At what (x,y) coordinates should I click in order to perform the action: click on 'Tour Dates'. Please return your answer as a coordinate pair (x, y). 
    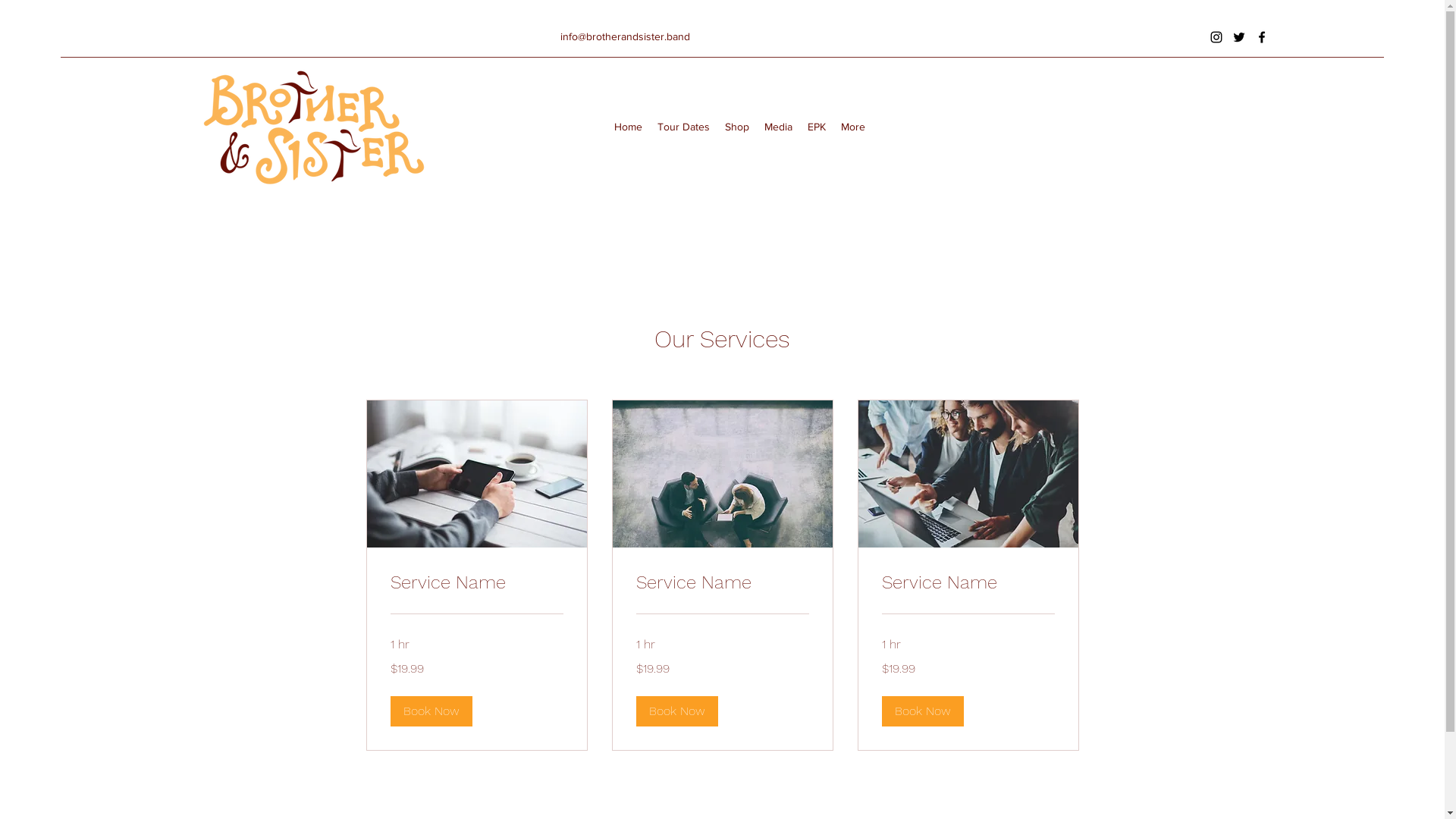
    Looking at the image, I should click on (650, 125).